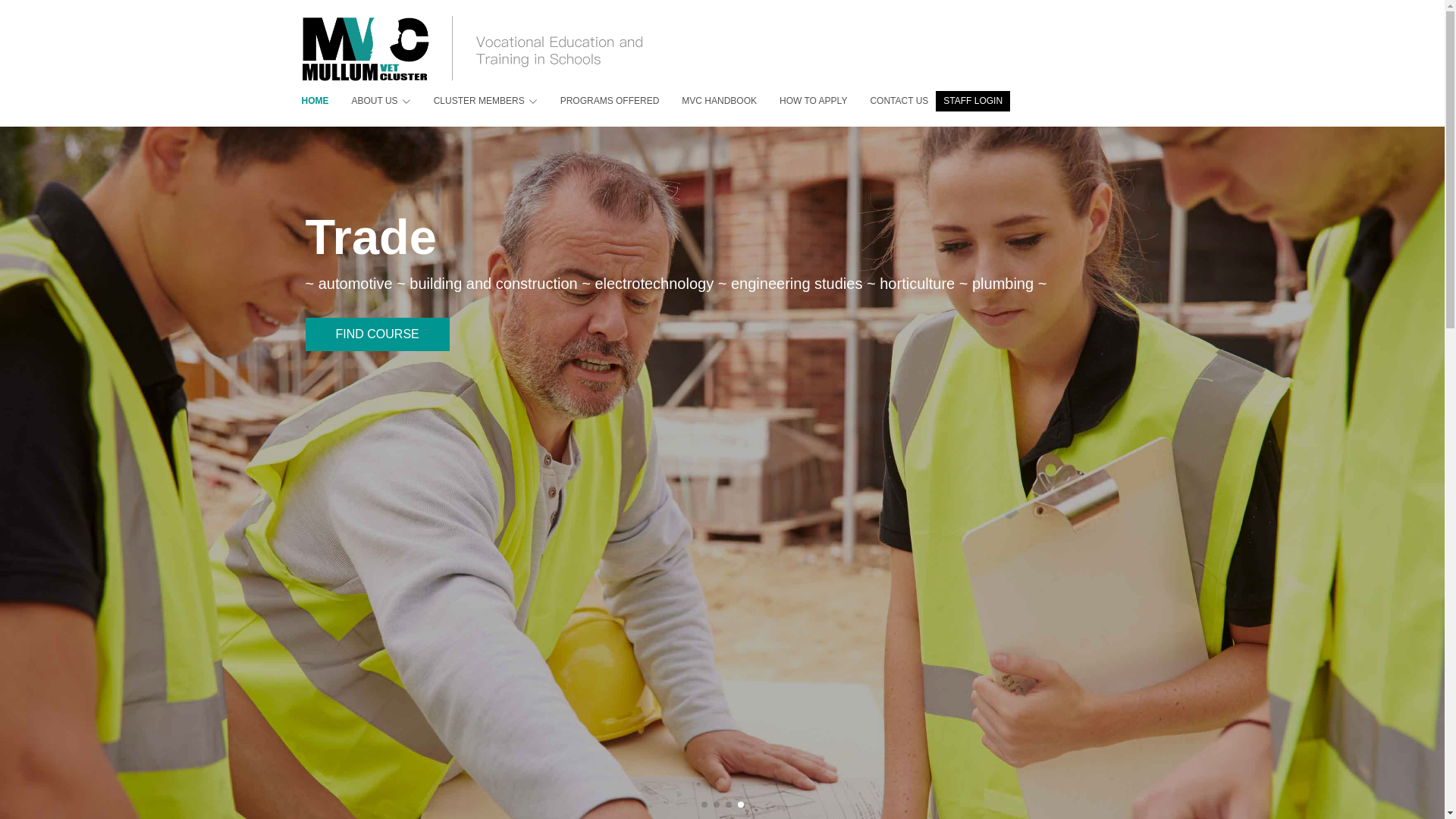  I want to click on 'CLUSTER MEMBERS', so click(473, 101).